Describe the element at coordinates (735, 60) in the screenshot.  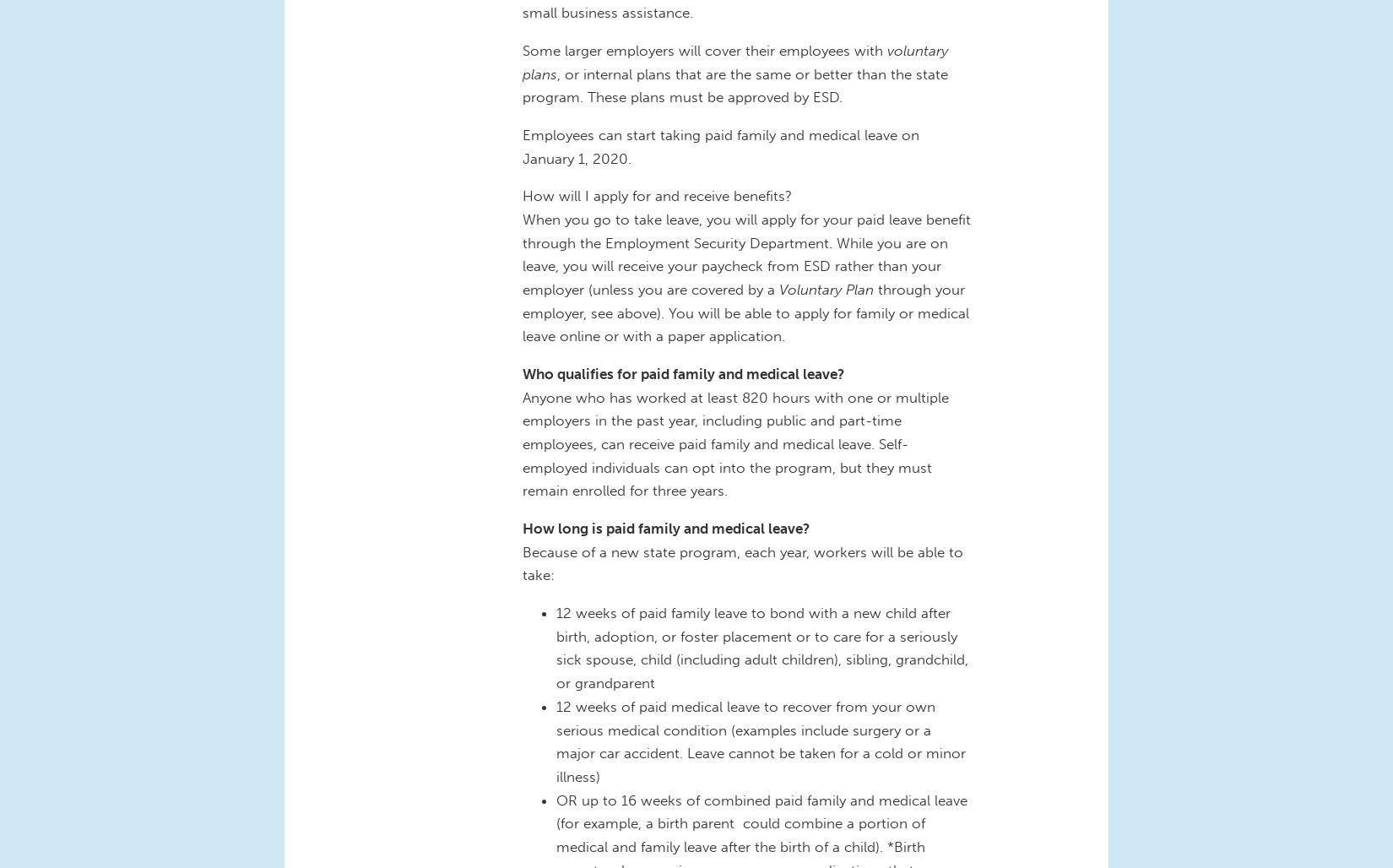
I see `'voluntary plans'` at that location.